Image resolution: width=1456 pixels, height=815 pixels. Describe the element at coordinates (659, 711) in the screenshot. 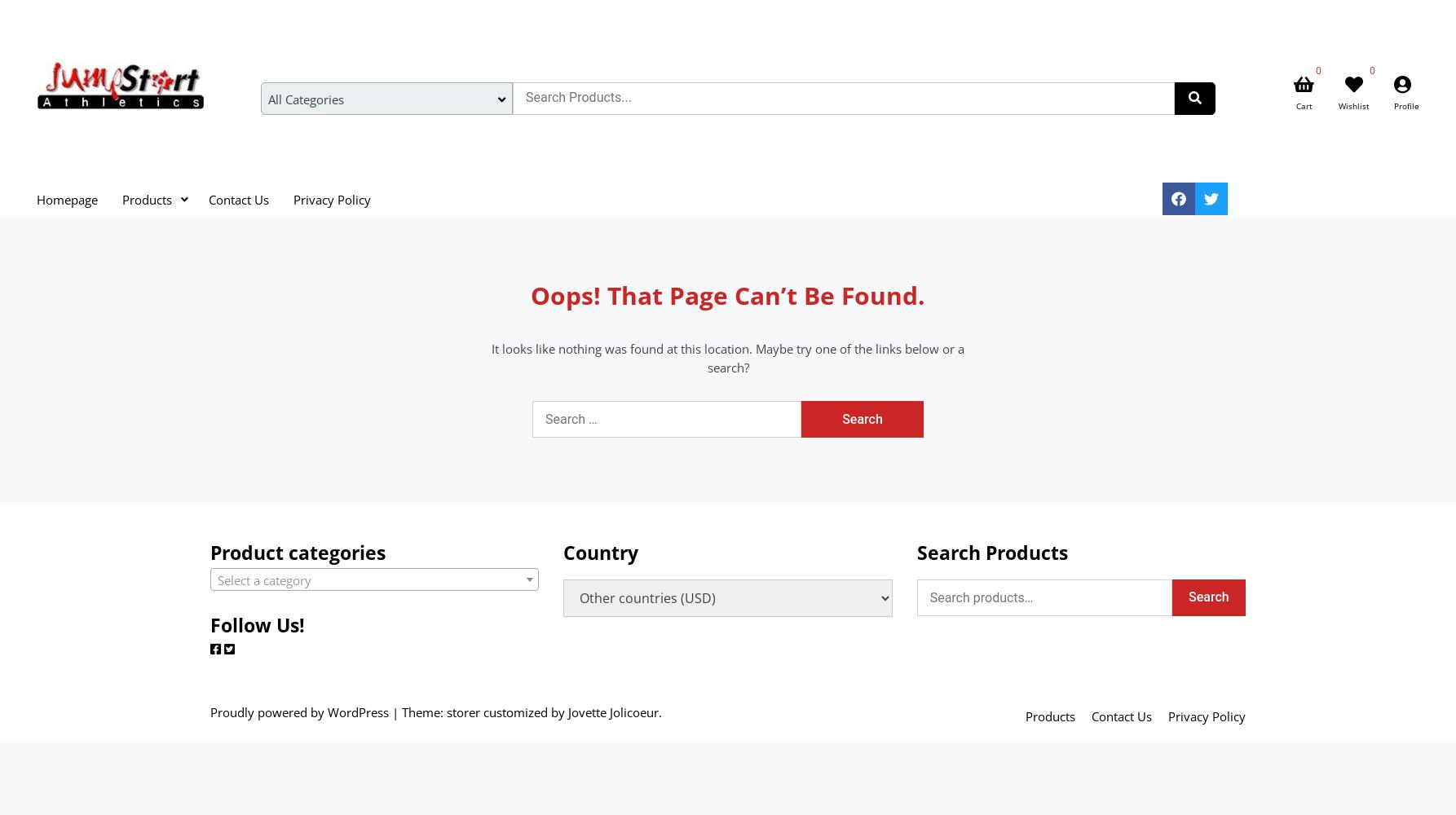

I see `'.'` at that location.